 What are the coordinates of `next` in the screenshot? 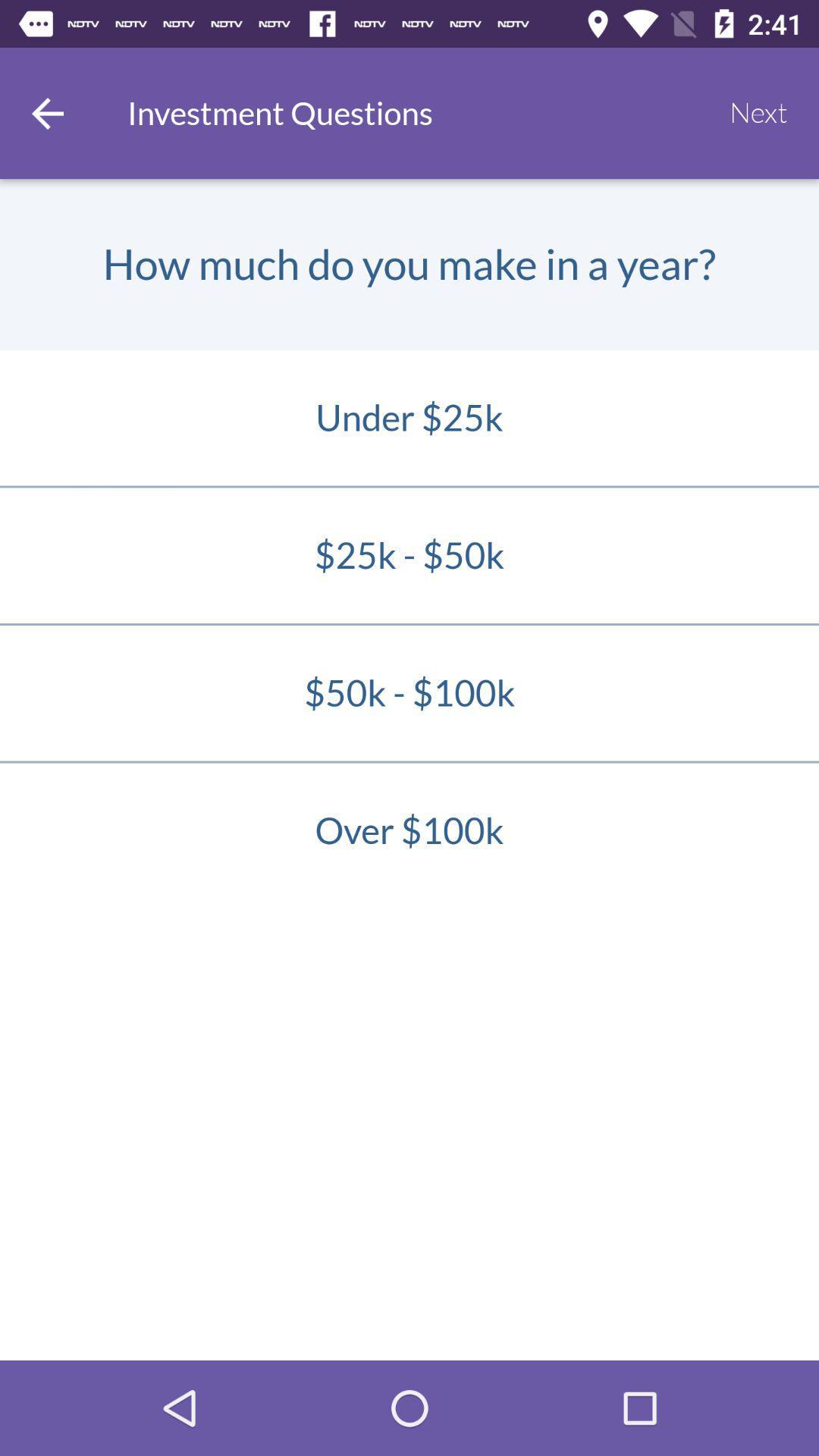 It's located at (758, 112).